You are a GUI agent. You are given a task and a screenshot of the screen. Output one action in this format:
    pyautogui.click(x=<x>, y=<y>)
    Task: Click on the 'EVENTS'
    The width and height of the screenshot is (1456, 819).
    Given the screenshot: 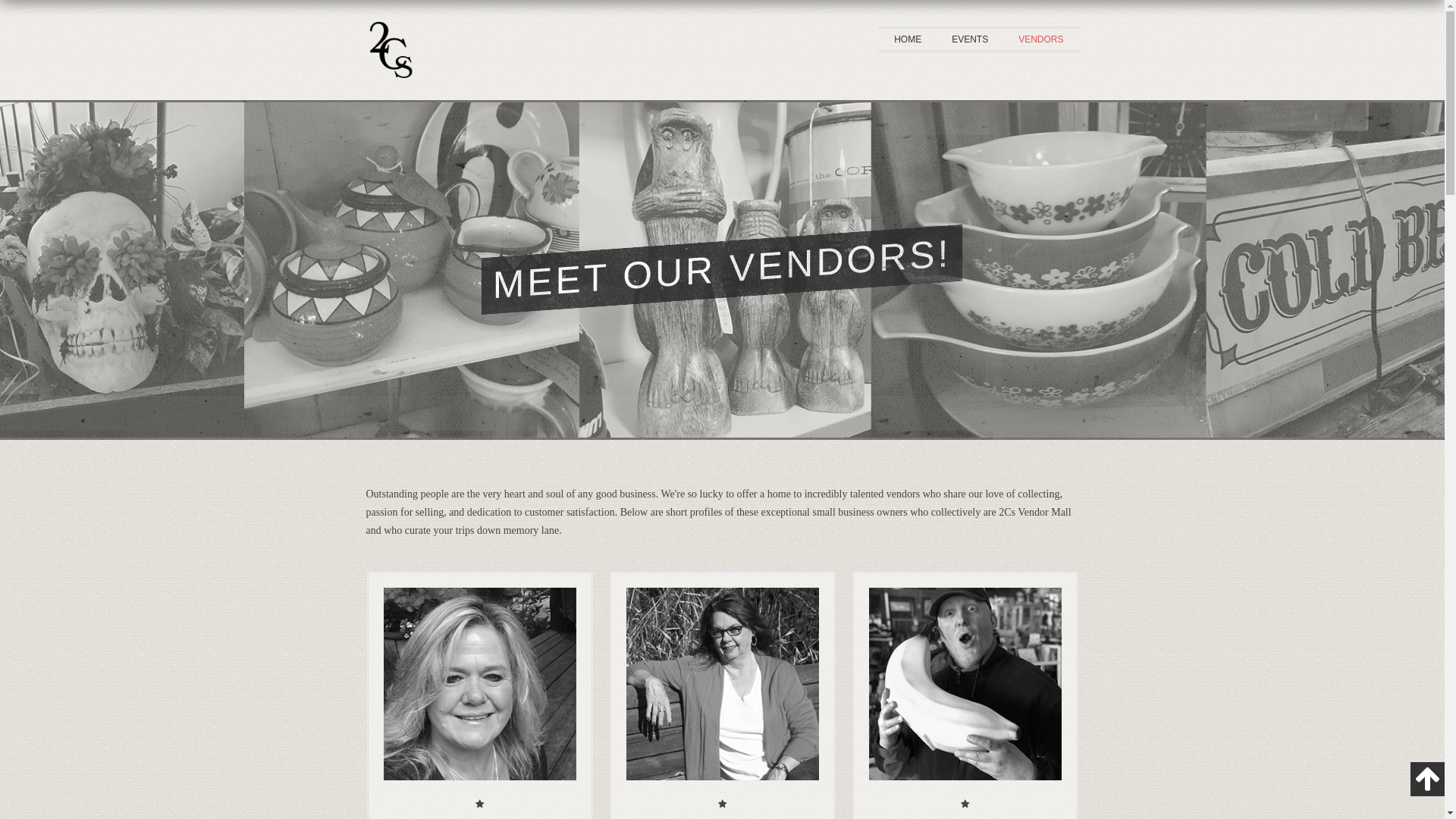 What is the action you would take?
    pyautogui.click(x=968, y=38)
    